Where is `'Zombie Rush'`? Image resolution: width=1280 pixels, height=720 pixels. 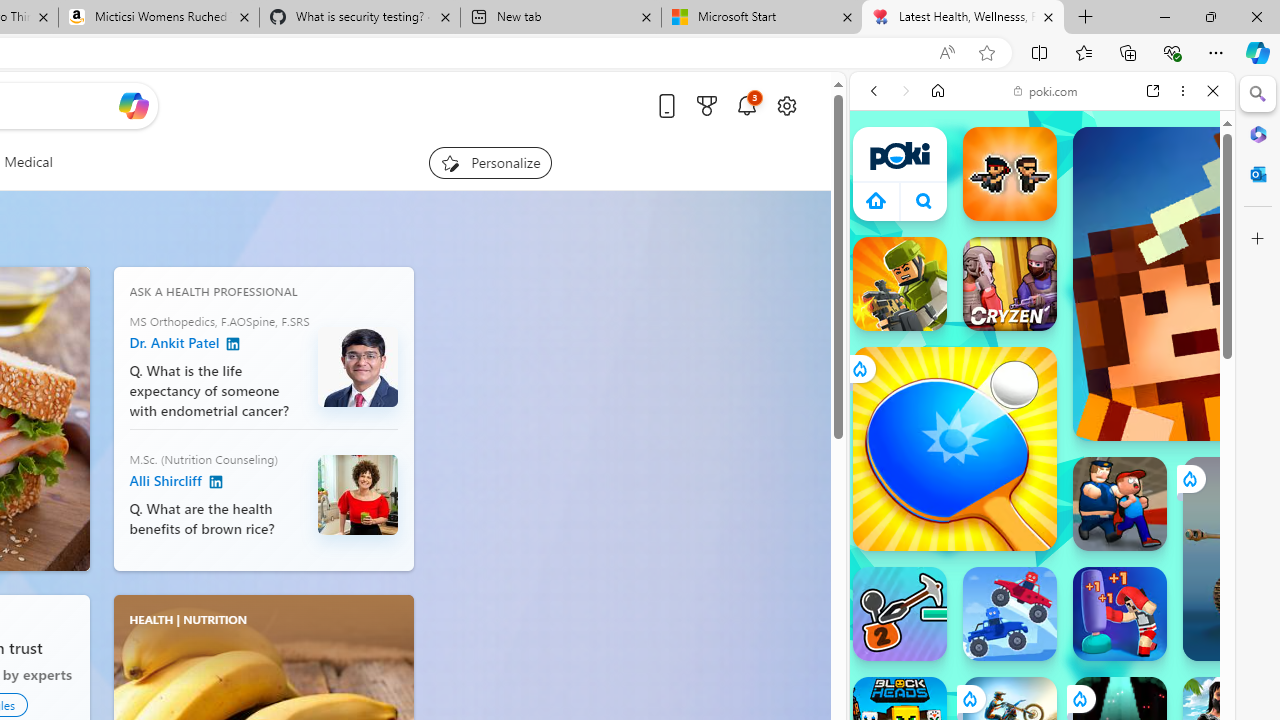 'Zombie Rush' is located at coordinates (1009, 172).